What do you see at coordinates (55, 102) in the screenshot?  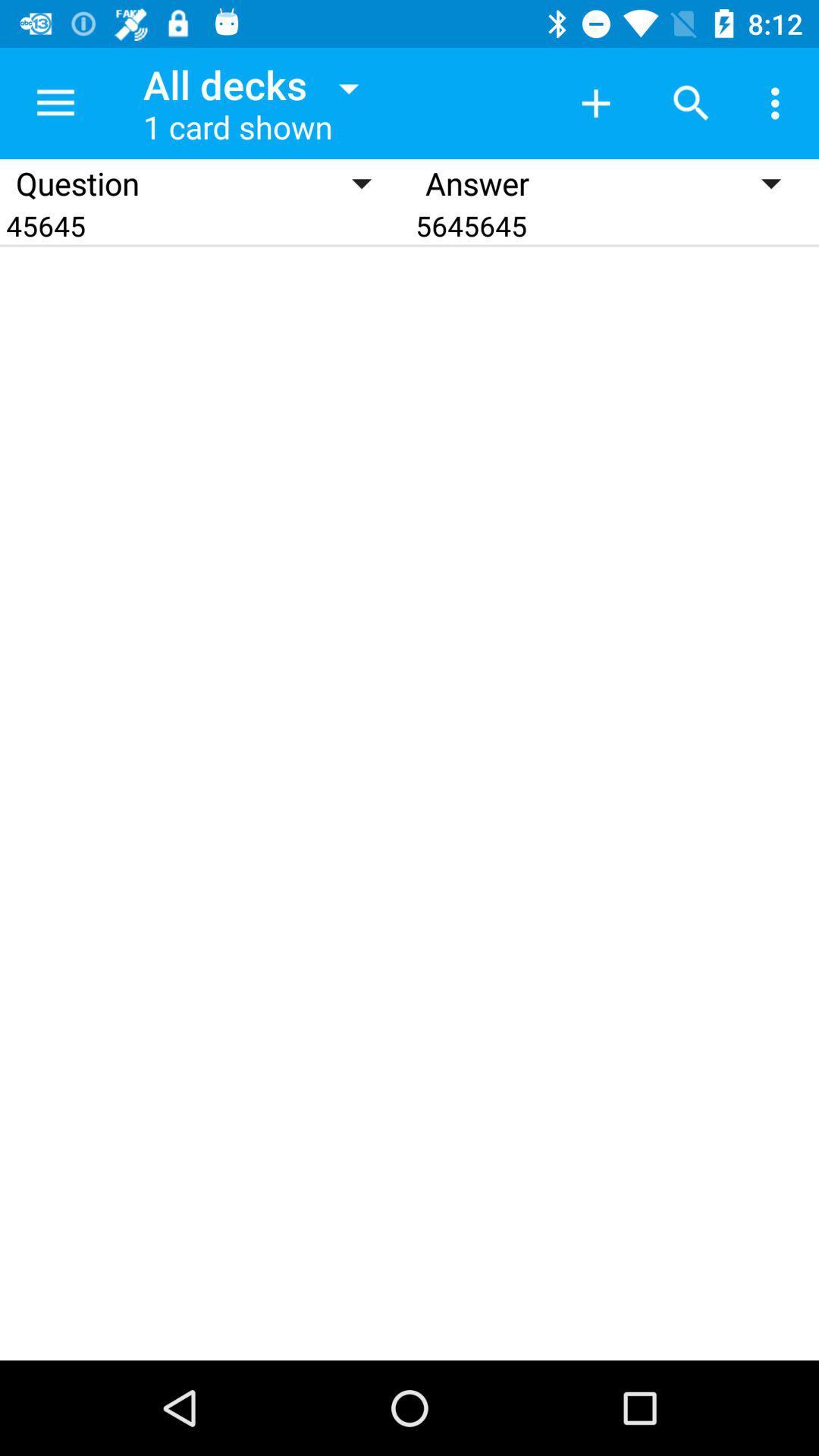 I see `the item next to the all decks icon` at bounding box center [55, 102].